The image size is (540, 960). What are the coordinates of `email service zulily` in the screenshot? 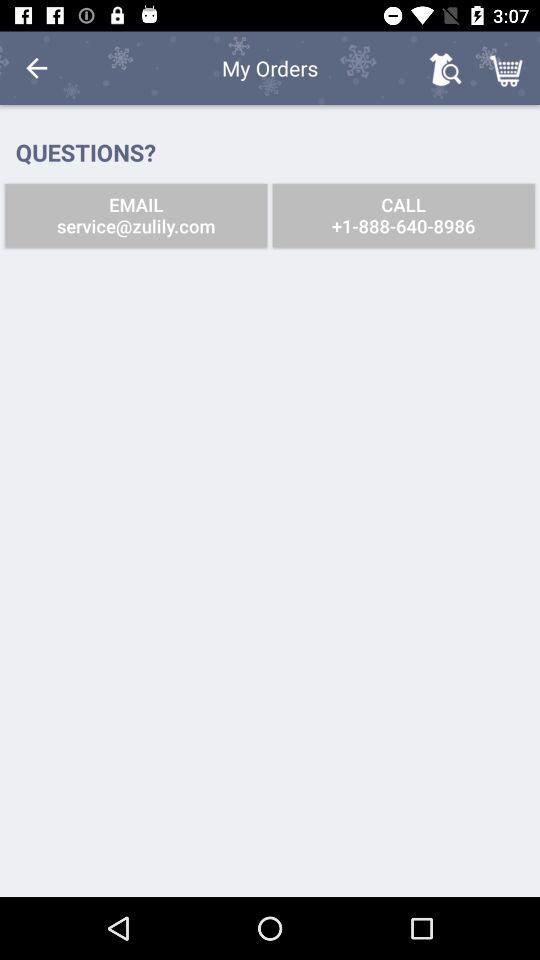 It's located at (135, 215).